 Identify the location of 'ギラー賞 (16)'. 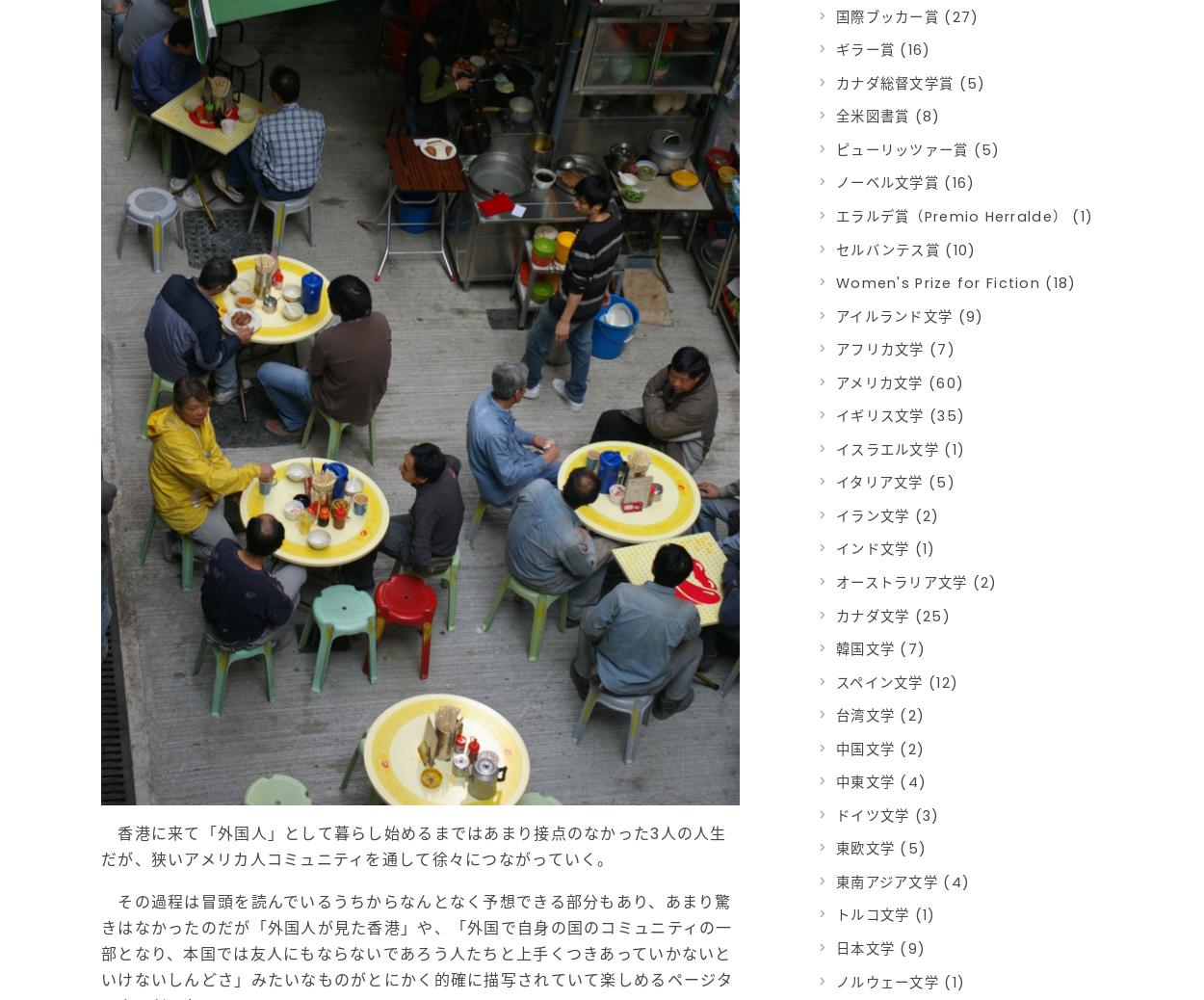
(883, 49).